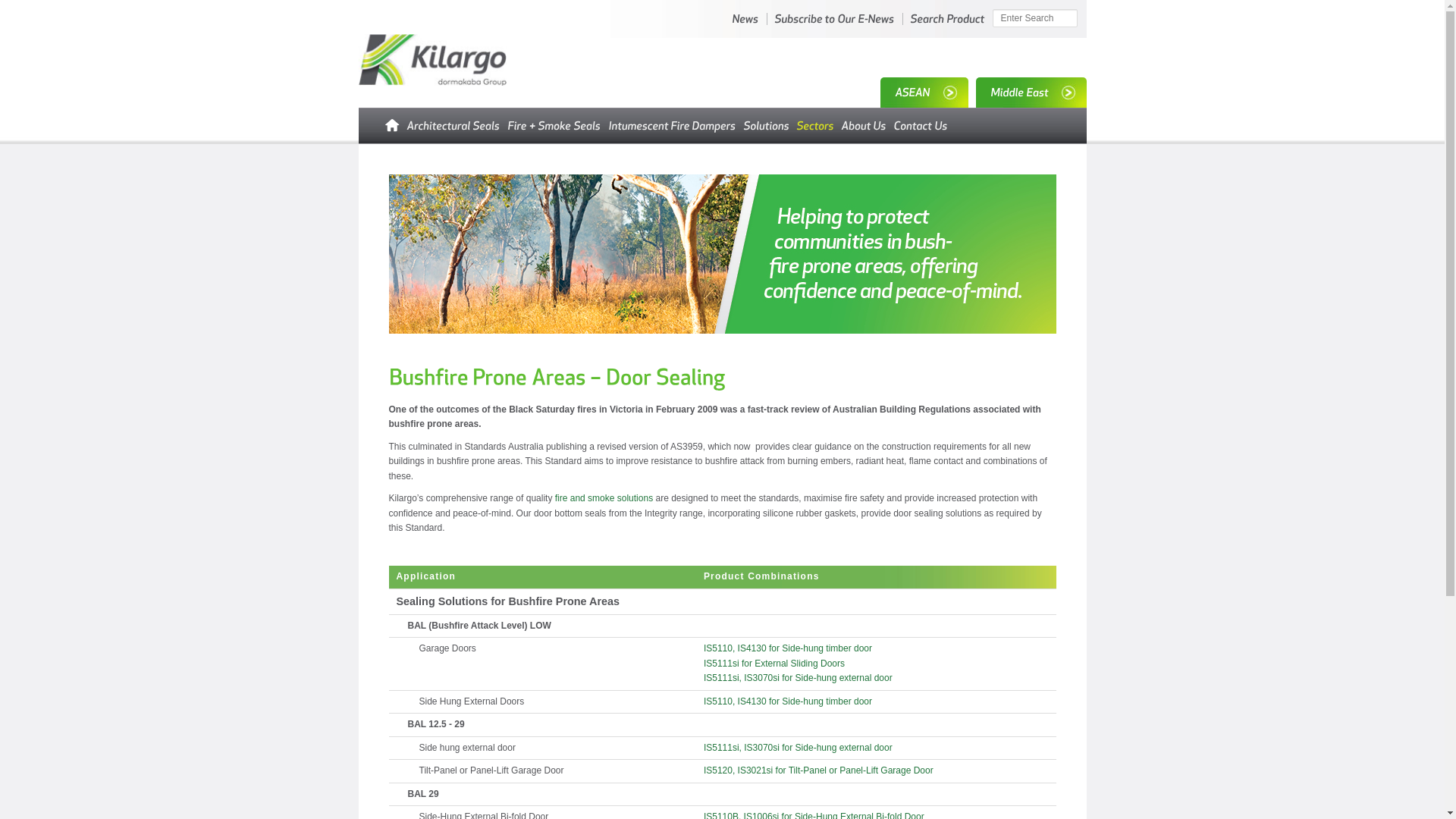 This screenshot has width=1456, height=819. Describe the element at coordinates (797, 747) in the screenshot. I see `'IS5111si, IS3070si for Side-hung external door'` at that location.